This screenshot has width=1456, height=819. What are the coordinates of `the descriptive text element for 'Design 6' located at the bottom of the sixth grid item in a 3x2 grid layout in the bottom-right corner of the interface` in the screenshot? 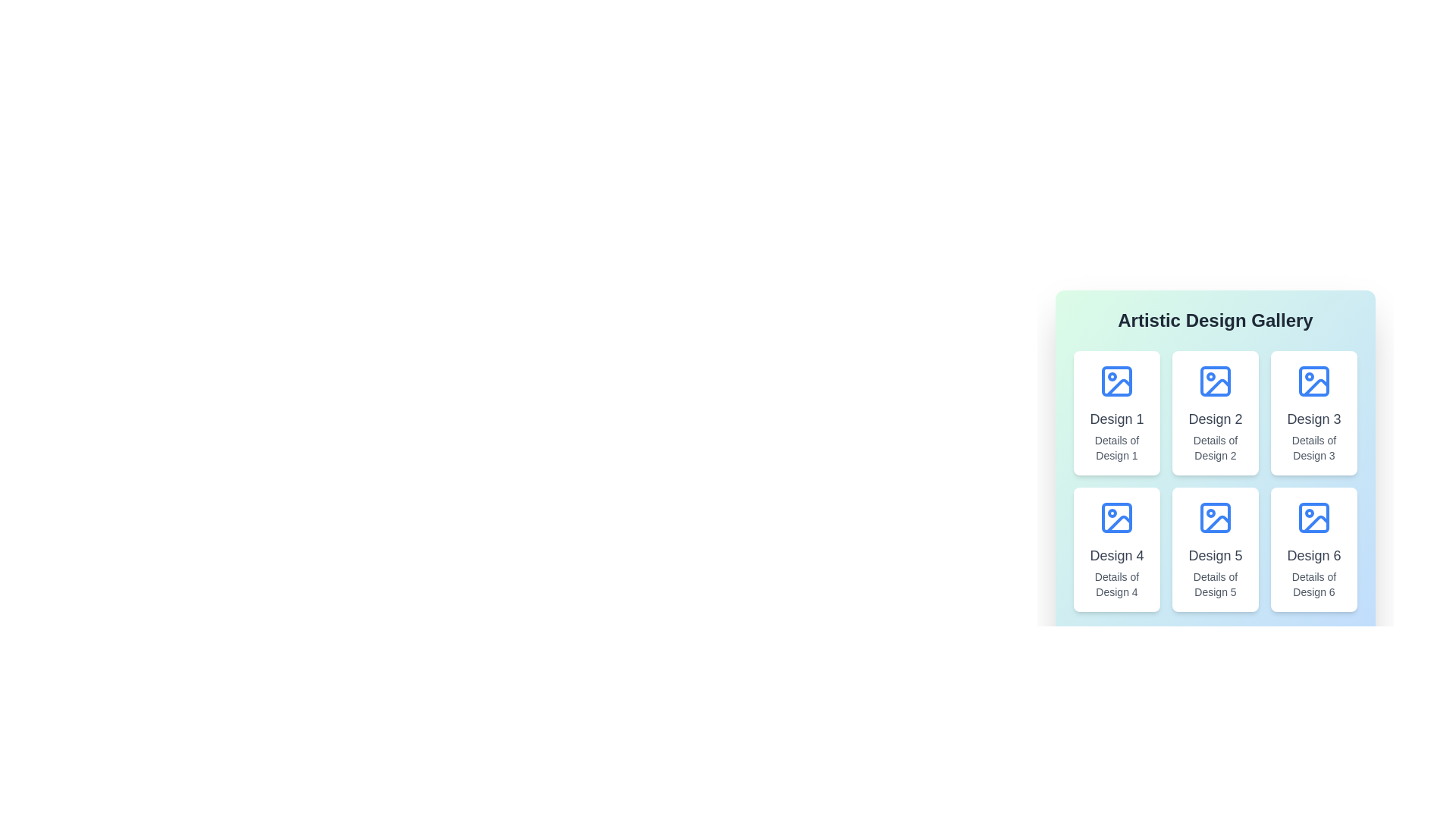 It's located at (1313, 584).